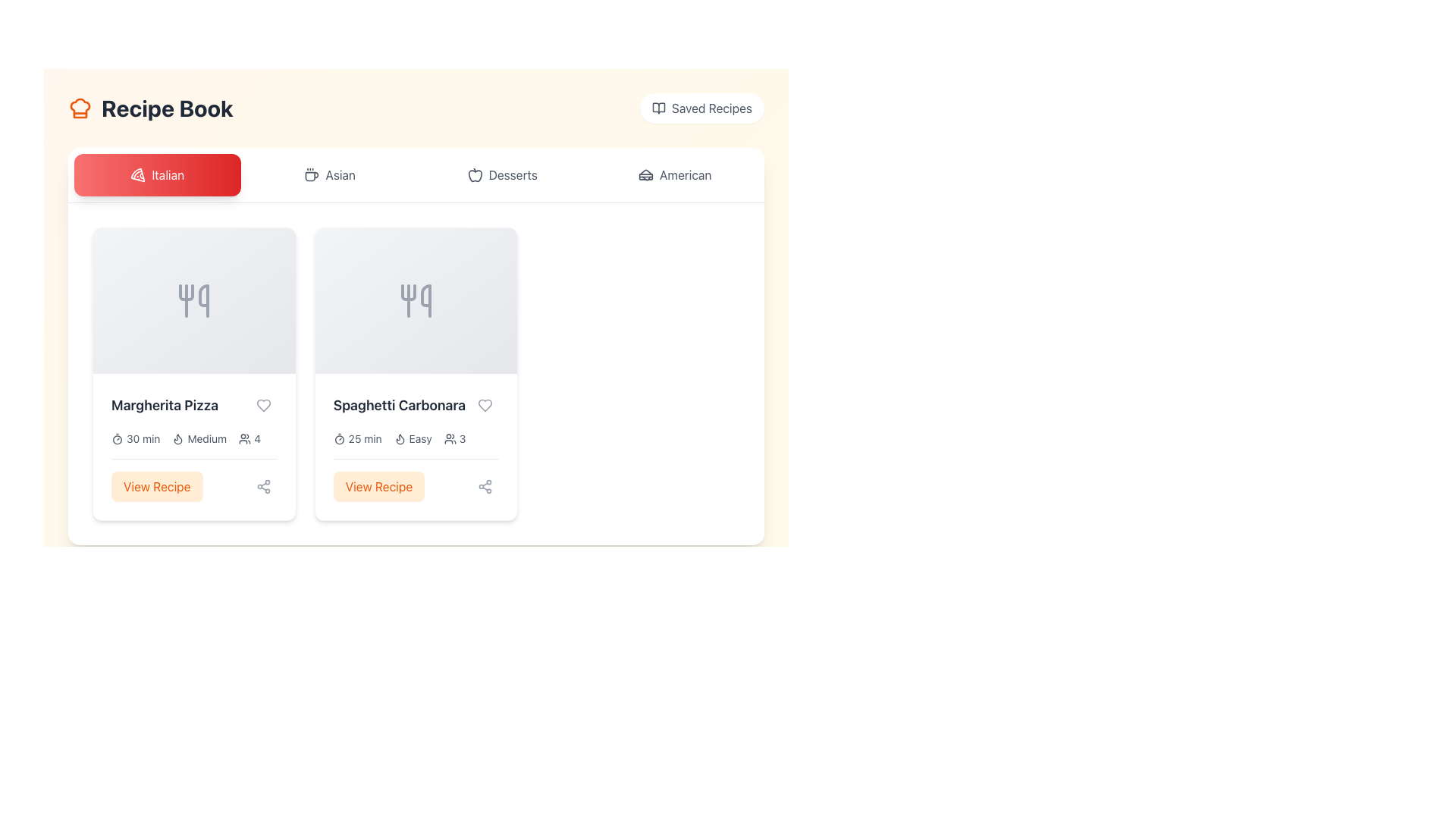 The width and height of the screenshot is (1456, 819). What do you see at coordinates (79, 107) in the screenshot?
I see `the small chef's hat icon with an orange fill located in the header section, to the left of the 'Recipe Book' text` at bounding box center [79, 107].